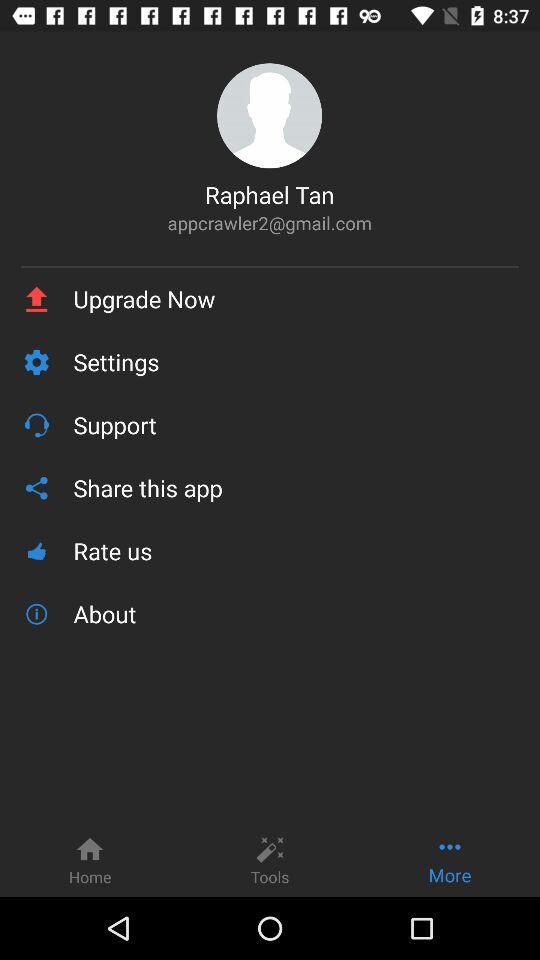 Image resolution: width=540 pixels, height=960 pixels. What do you see at coordinates (270, 265) in the screenshot?
I see `the icon below the appcrawler2@gmail.com icon` at bounding box center [270, 265].